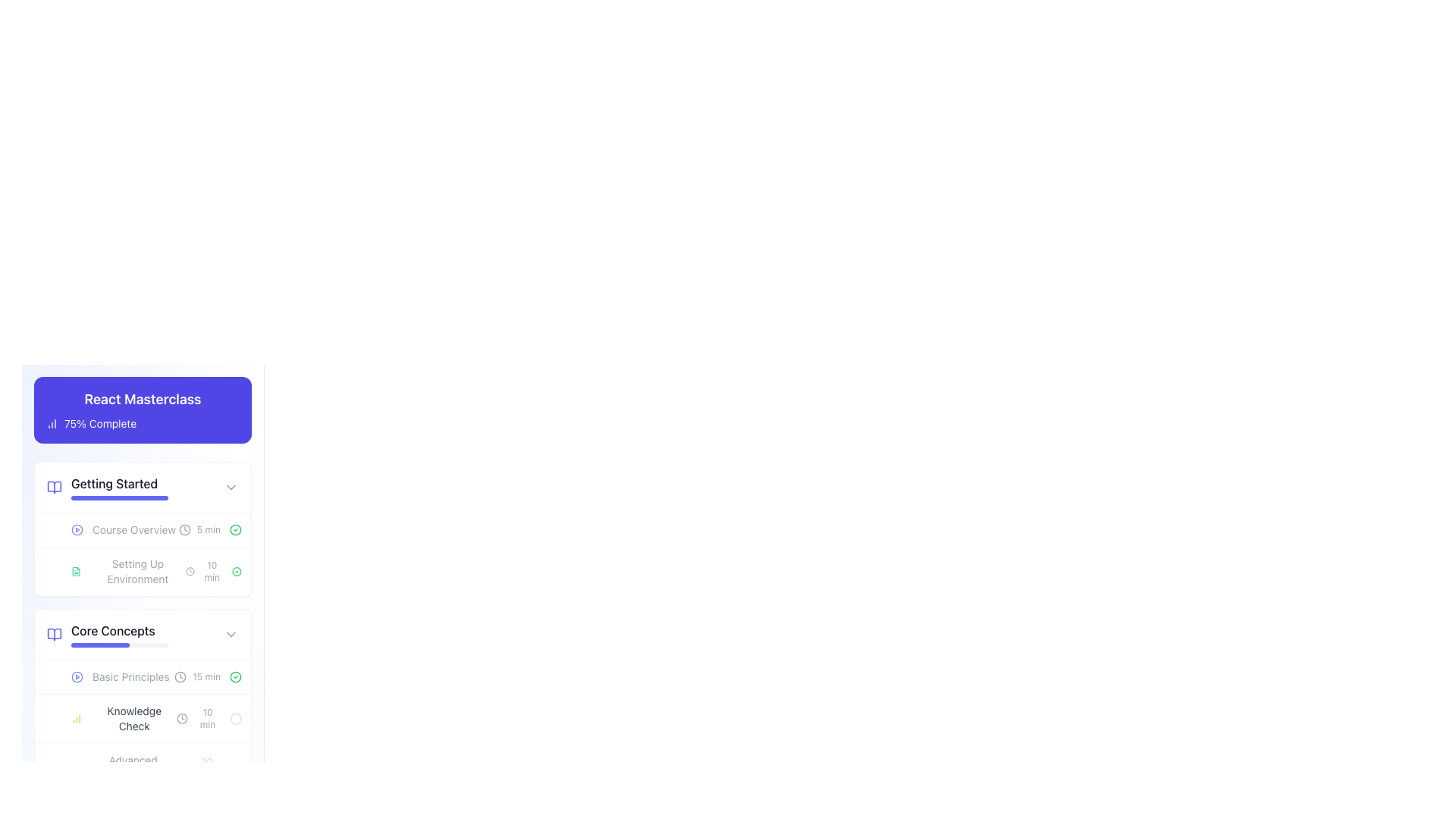 Image resolution: width=1456 pixels, height=819 pixels. I want to click on the interactive dropdown list item labeled 'Core Concepts' which contains an open book icon and a progress bar, located as the second module section in the course list, so click(143, 635).